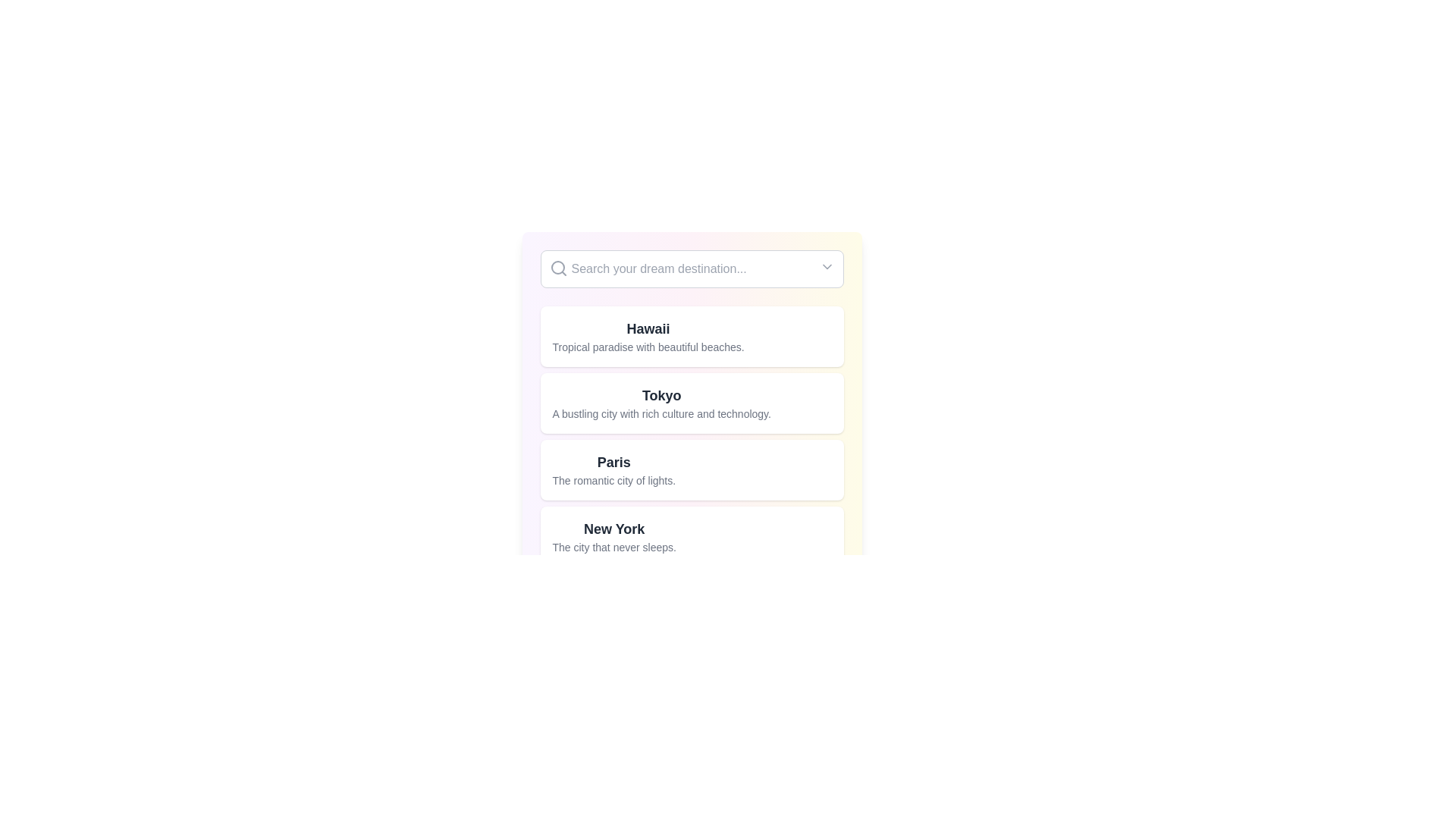 Image resolution: width=1456 pixels, height=819 pixels. I want to click on the 'New York' destination label located at the top of the destination card in the sidebar menu, so click(614, 529).